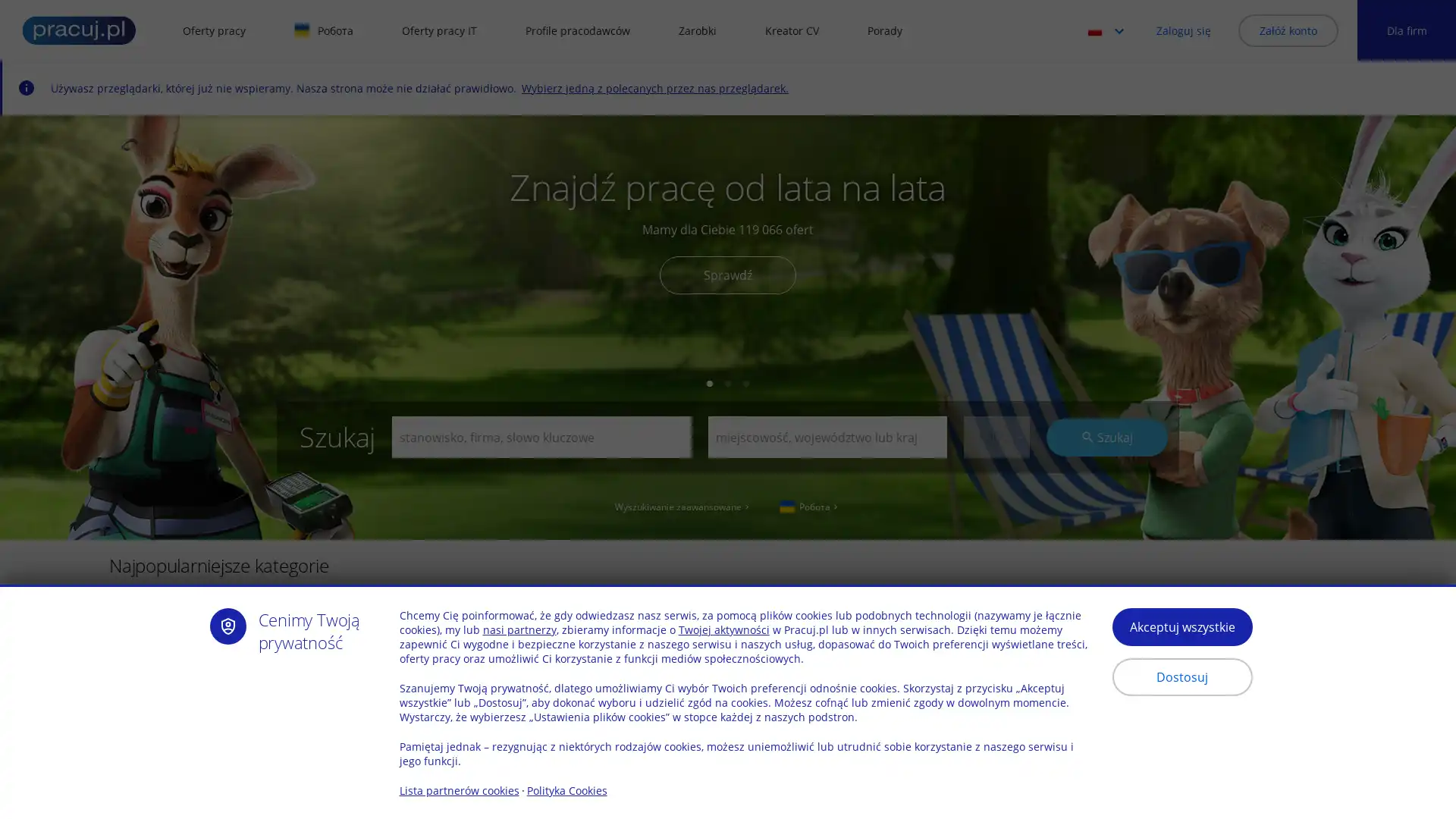  What do you see at coordinates (996, 468) in the screenshot?
I see `+ 0 km` at bounding box center [996, 468].